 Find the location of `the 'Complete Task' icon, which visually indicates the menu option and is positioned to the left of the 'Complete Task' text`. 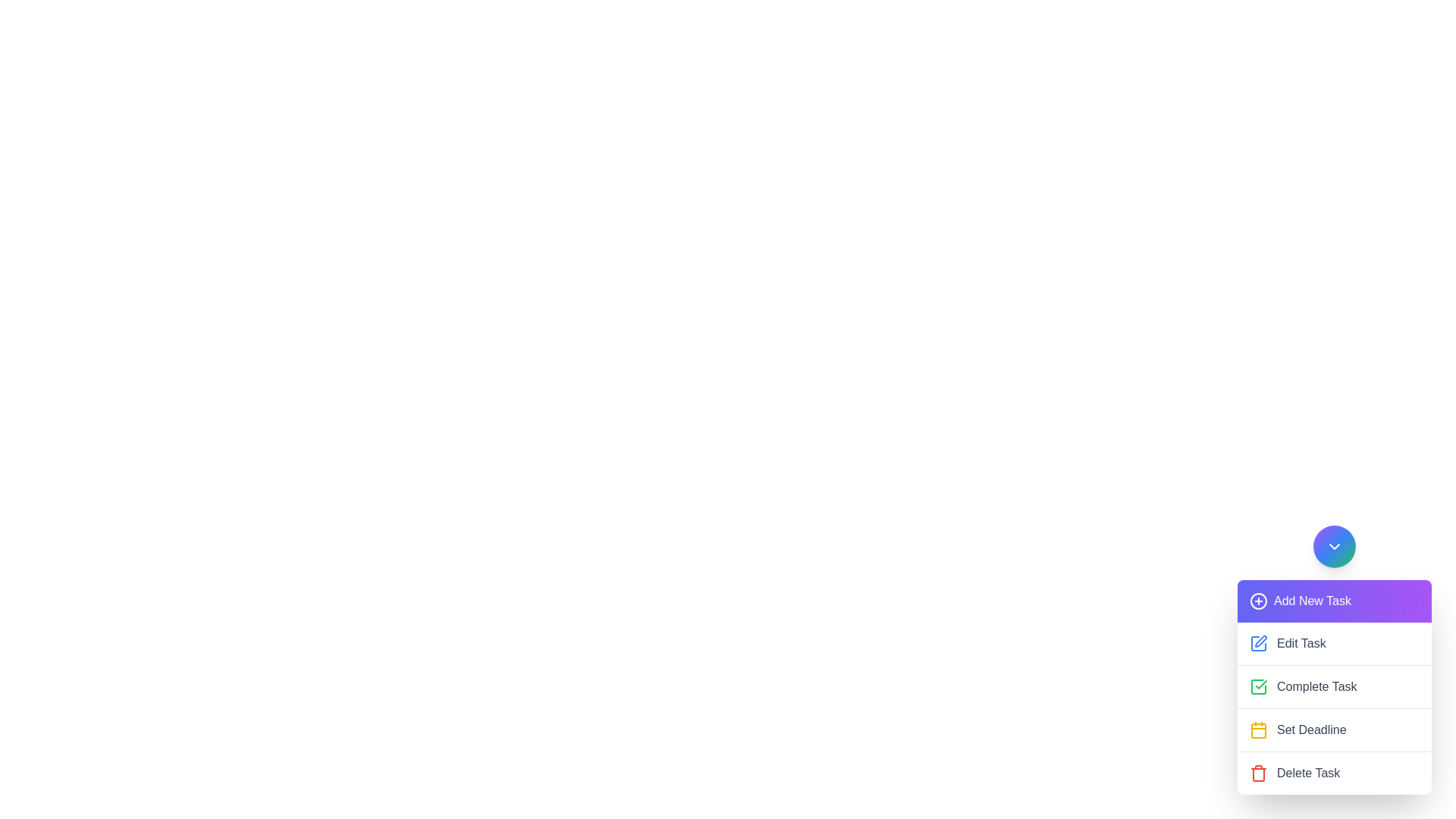

the 'Complete Task' icon, which visually indicates the menu option and is positioned to the left of the 'Complete Task' text is located at coordinates (1259, 687).